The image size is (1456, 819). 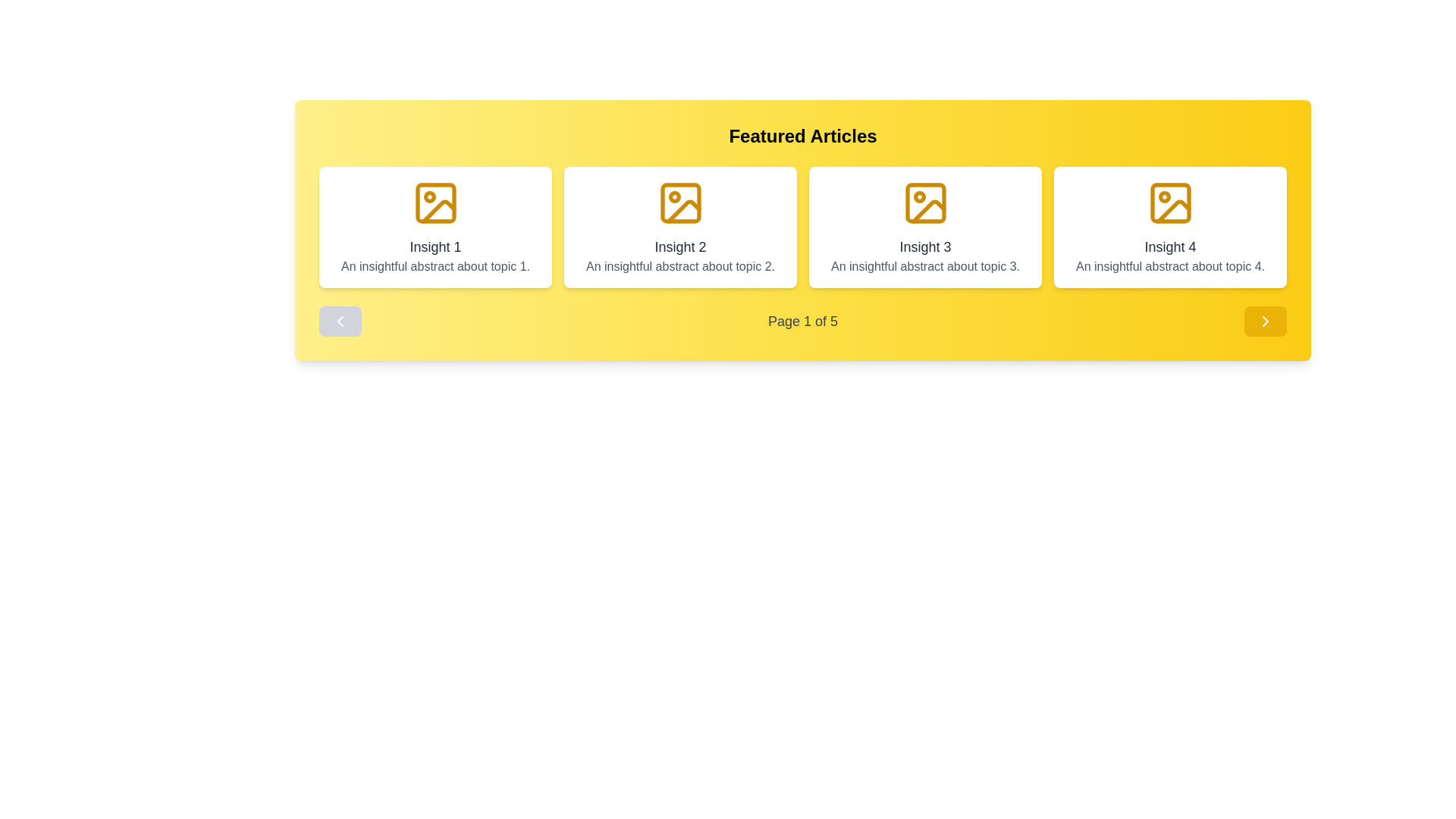 I want to click on attributes of the Decorative SVG circle located in the top-right area of the fourth item under the 'Featured Articles' section, so click(x=1163, y=196).